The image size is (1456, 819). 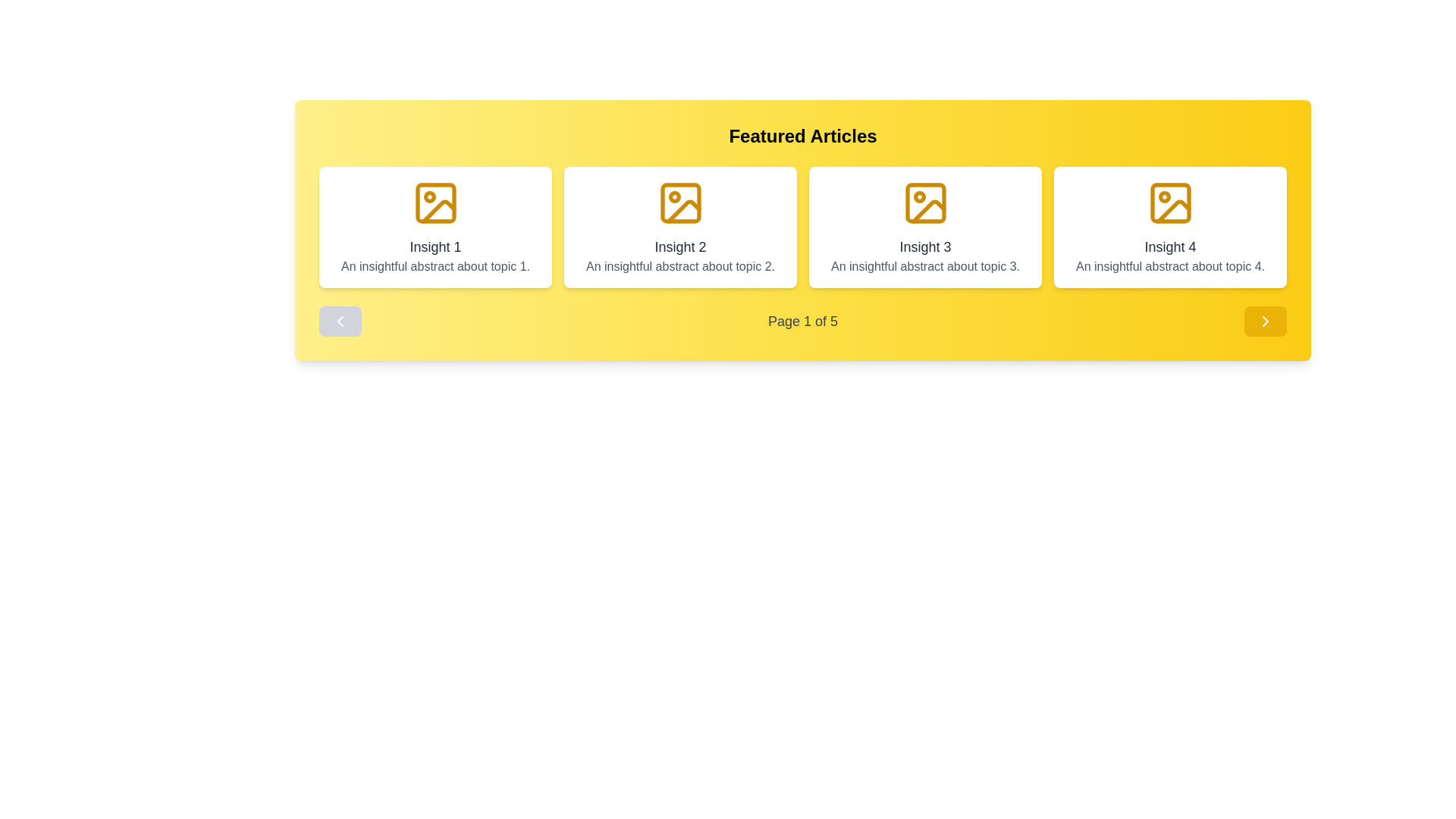 I want to click on attributes of the Decorative SVG circle located in the top-right area of the fourth item under the 'Featured Articles' section, so click(x=1163, y=196).